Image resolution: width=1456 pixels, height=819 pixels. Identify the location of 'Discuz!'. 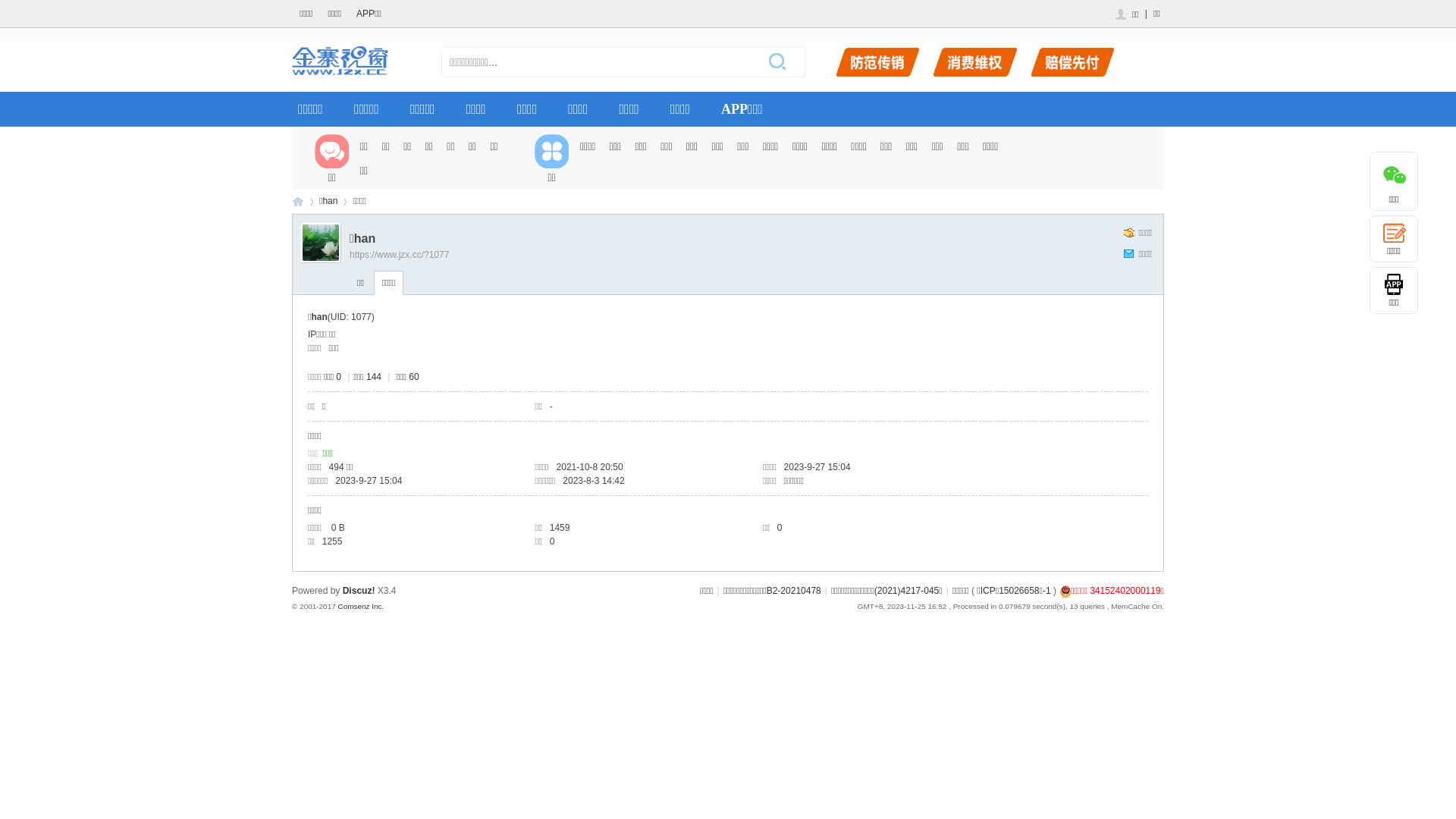
(358, 590).